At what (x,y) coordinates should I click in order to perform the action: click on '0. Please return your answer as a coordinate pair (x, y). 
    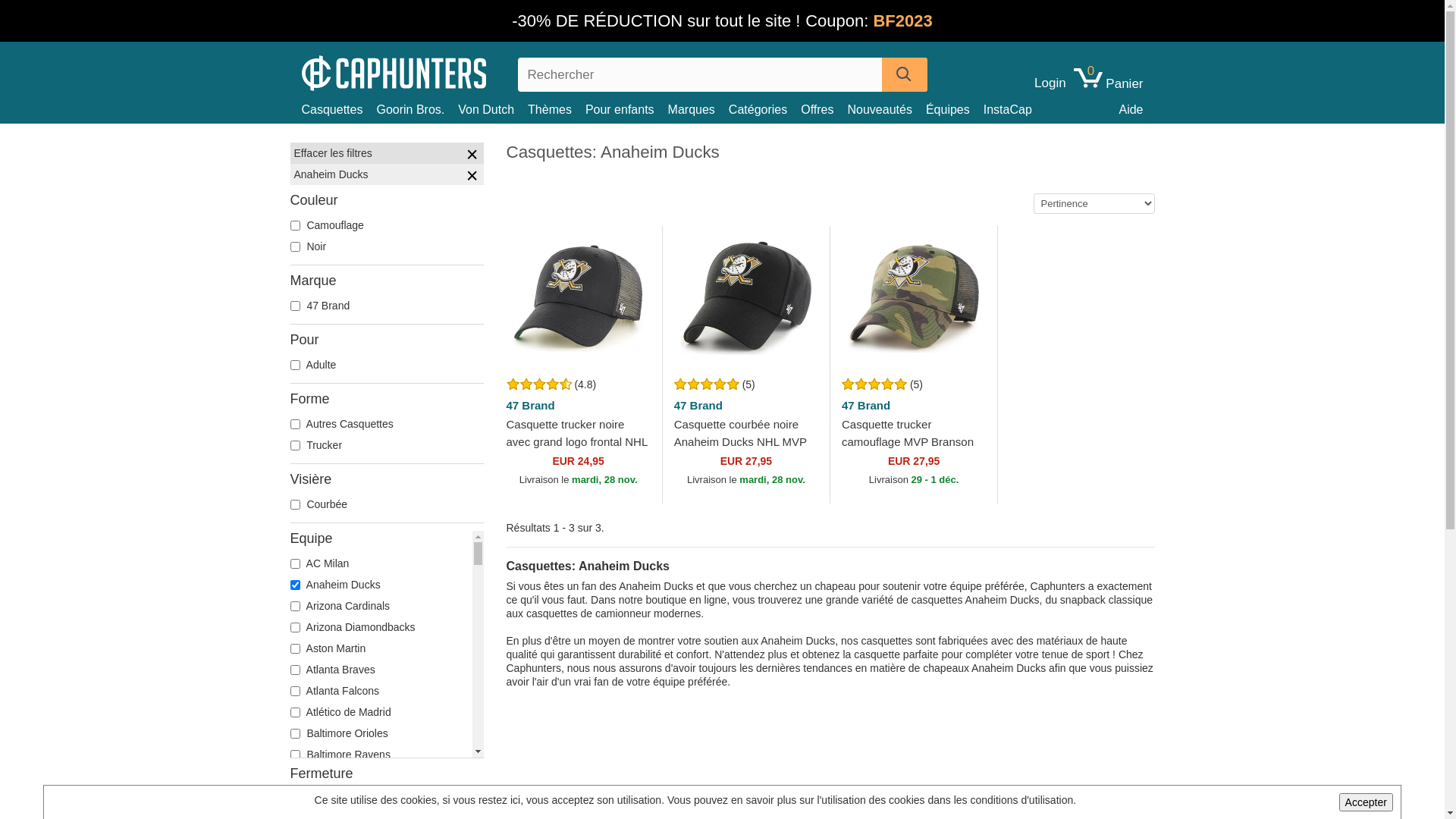
    Looking at the image, I should click on (1109, 83).